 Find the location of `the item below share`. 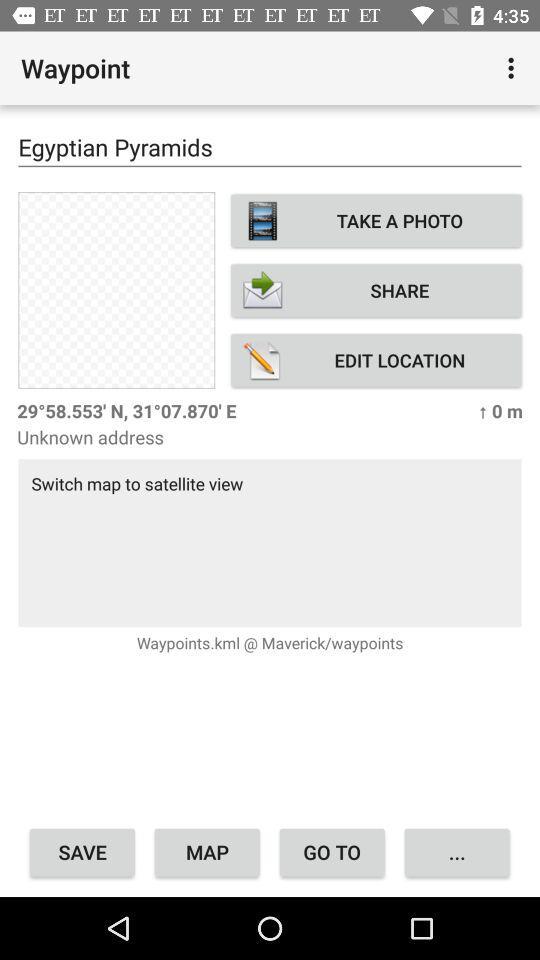

the item below share is located at coordinates (376, 360).